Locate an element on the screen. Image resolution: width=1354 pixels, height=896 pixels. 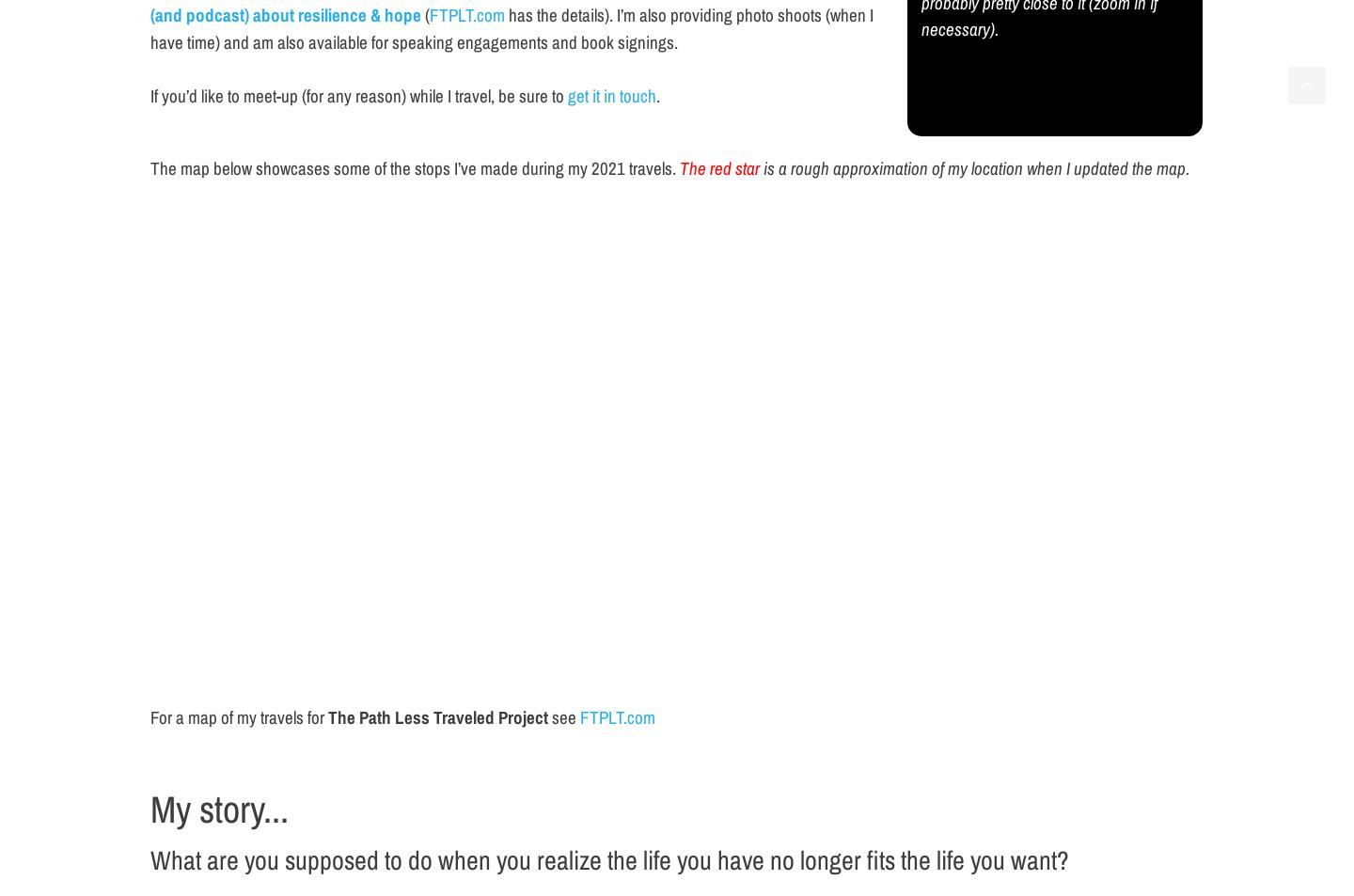
'My story...' is located at coordinates (219, 809).